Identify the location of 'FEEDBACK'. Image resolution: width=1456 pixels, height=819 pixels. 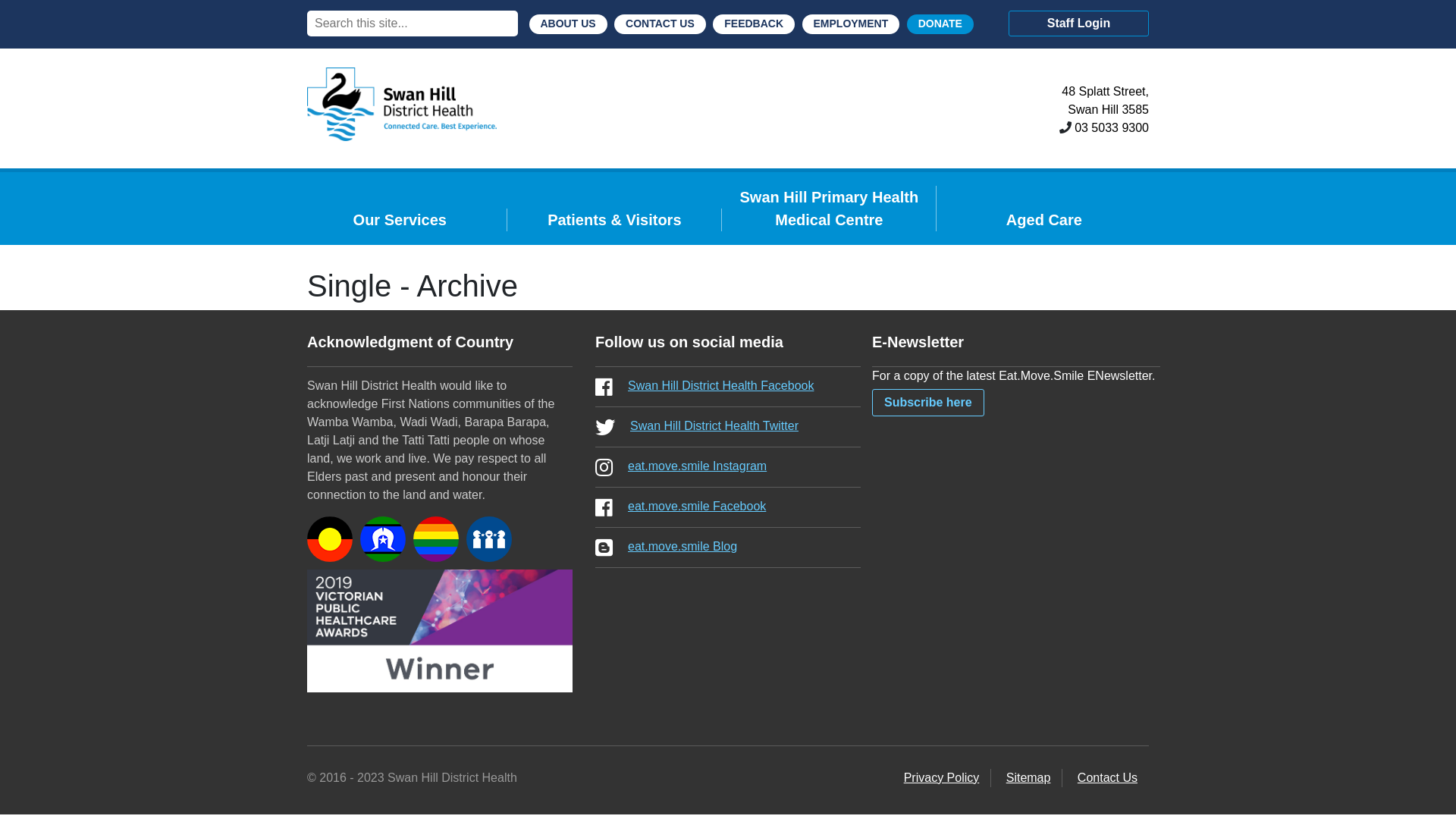
(753, 24).